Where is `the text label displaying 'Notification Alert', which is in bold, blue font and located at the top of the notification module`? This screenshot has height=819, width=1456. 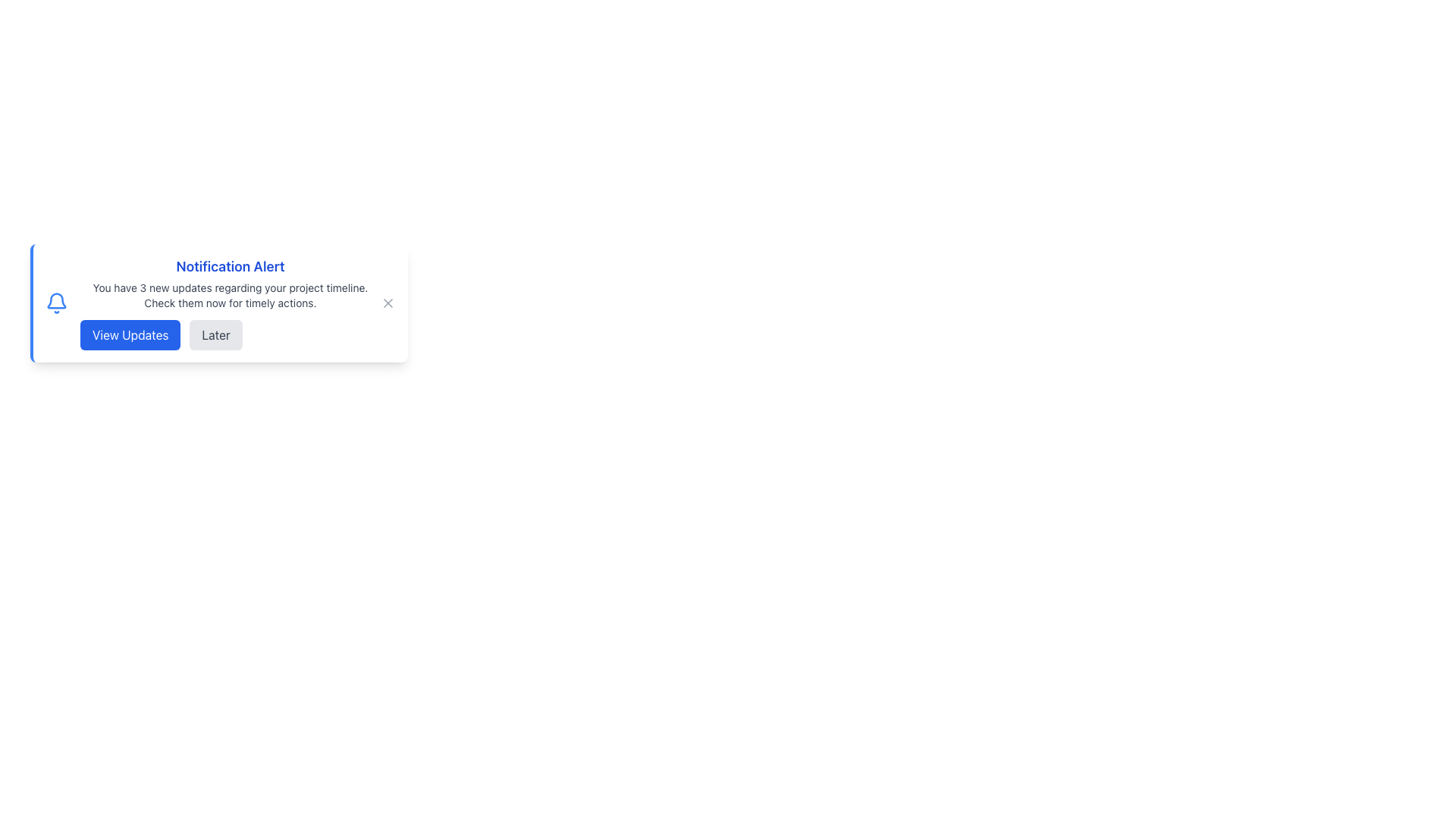 the text label displaying 'Notification Alert', which is in bold, blue font and located at the top of the notification module is located at coordinates (229, 265).